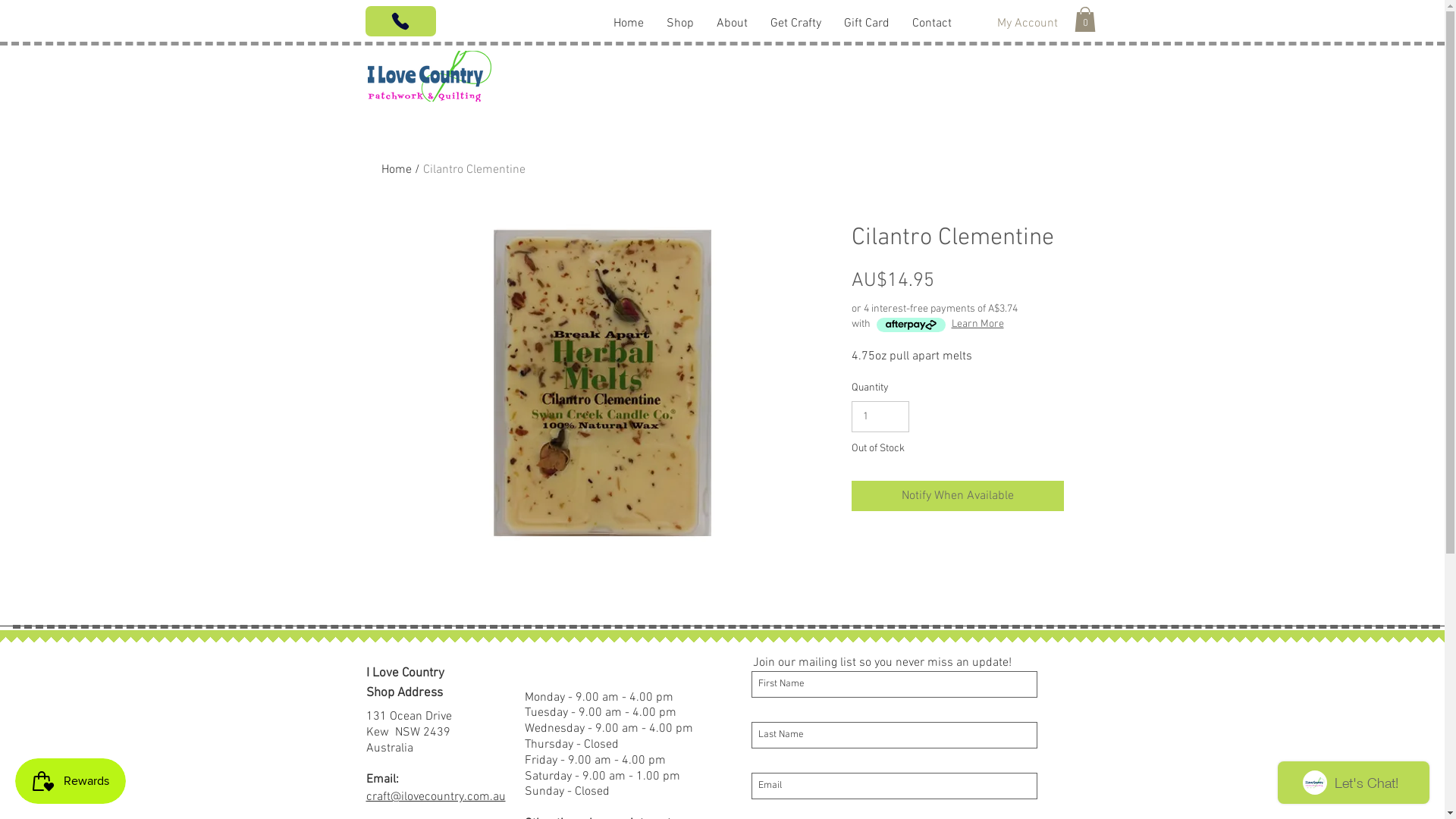  Describe the element at coordinates (977, 324) in the screenshot. I see `'Learn More'` at that location.